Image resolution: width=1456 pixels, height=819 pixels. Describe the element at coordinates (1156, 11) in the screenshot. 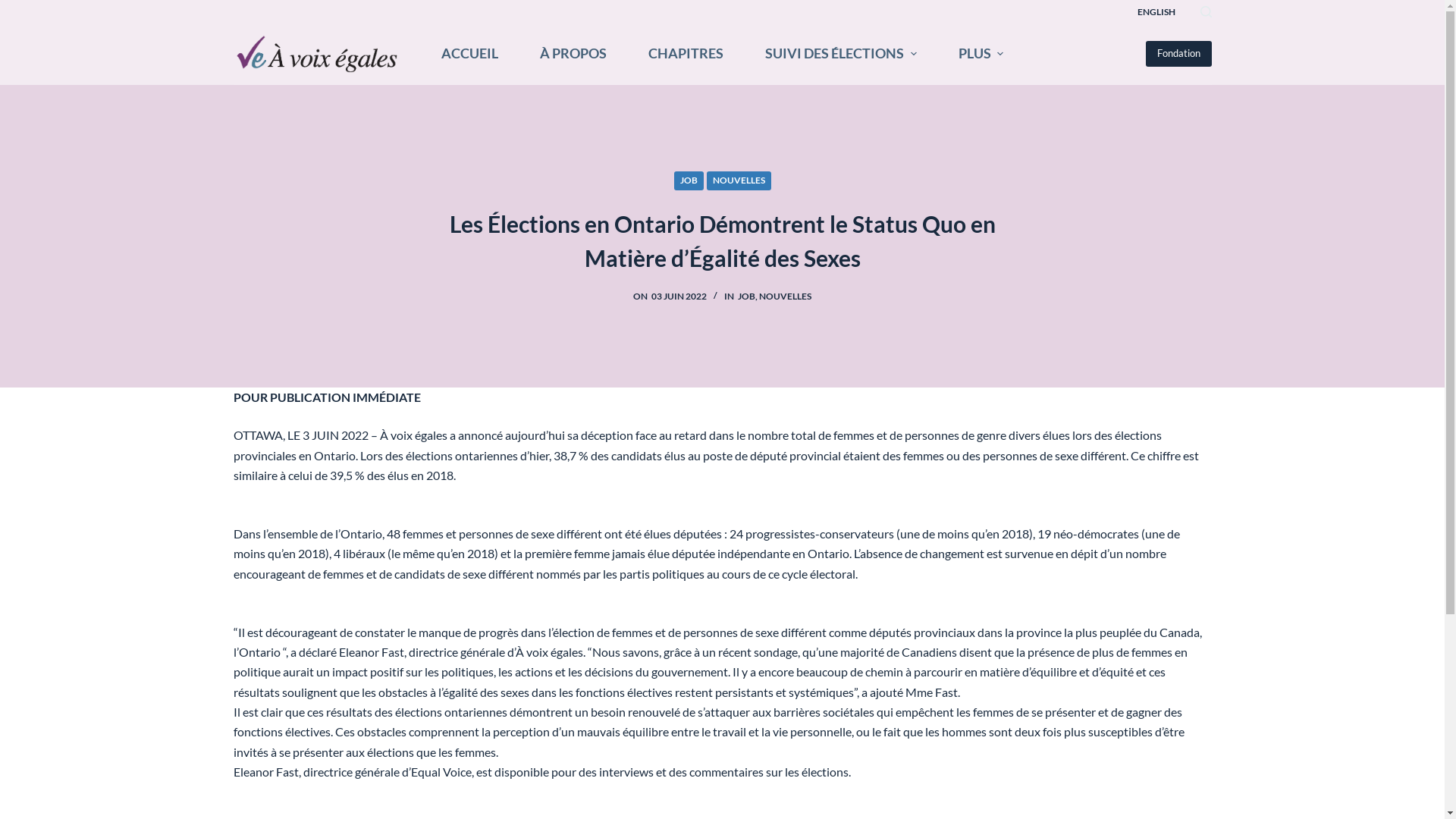

I see `'ENGLISH'` at that location.